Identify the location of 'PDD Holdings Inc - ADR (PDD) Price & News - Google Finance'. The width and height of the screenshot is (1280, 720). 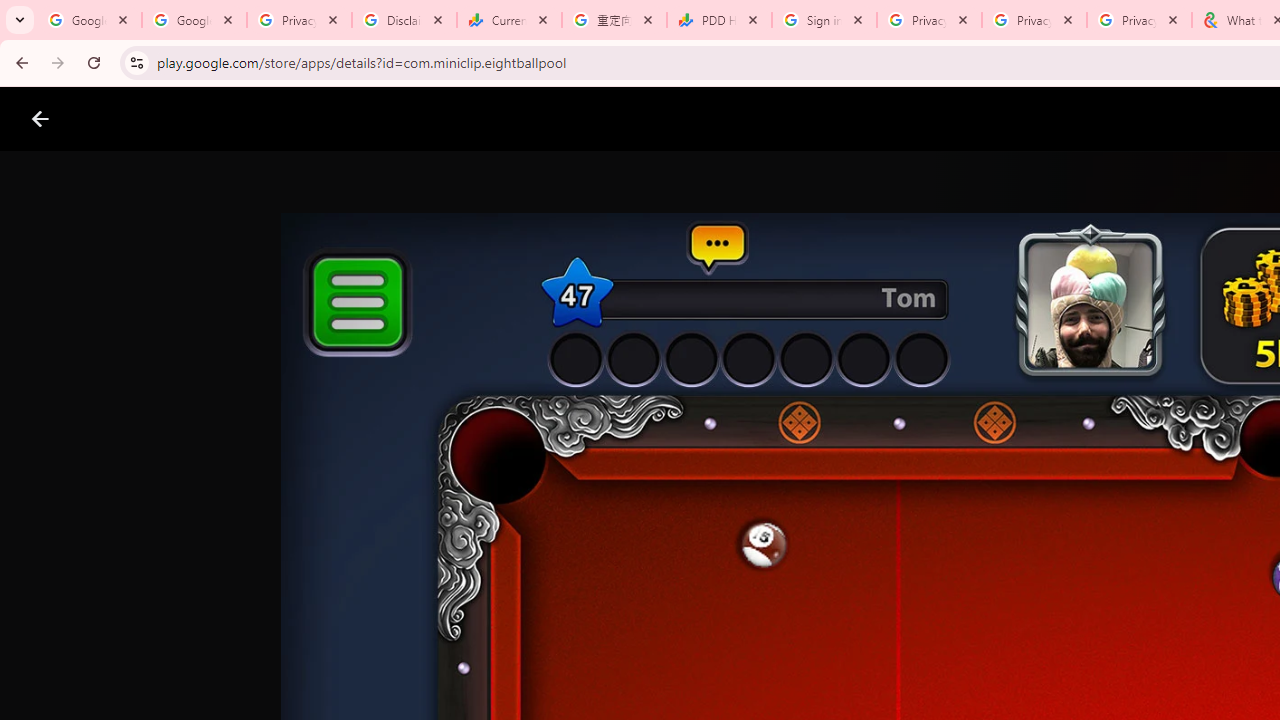
(719, 20).